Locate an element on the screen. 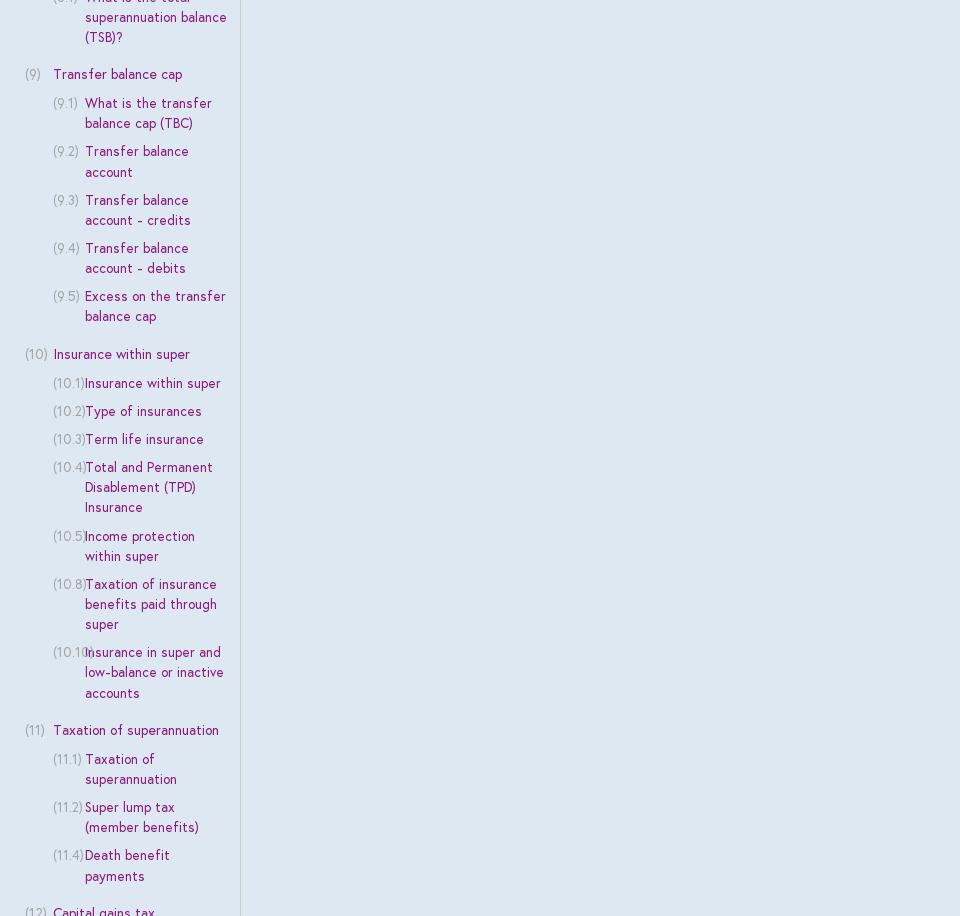 The image size is (960, 916). '(9.2)' is located at coordinates (64, 150).